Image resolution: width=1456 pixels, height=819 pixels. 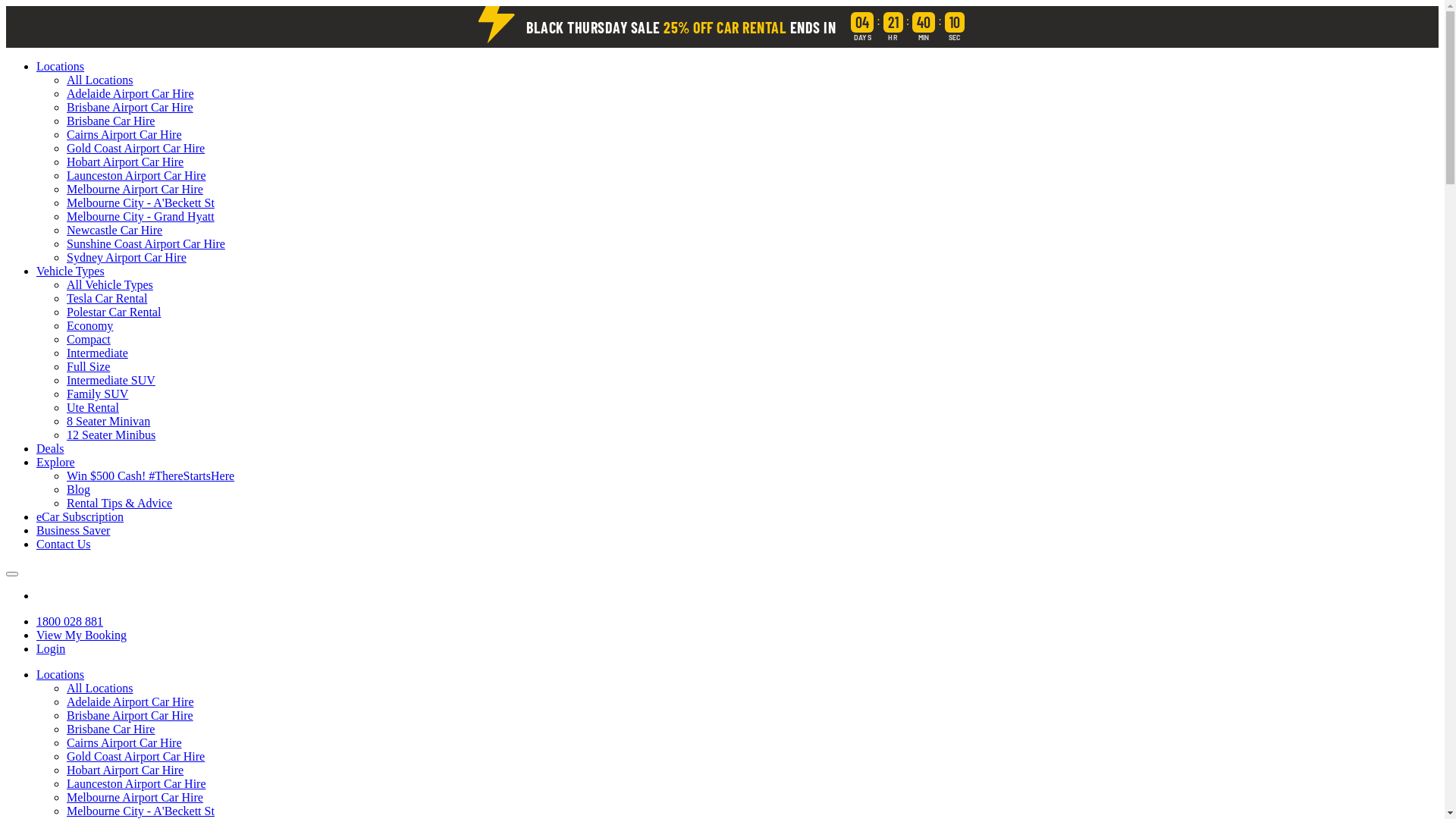 What do you see at coordinates (36, 673) in the screenshot?
I see `'Locations'` at bounding box center [36, 673].